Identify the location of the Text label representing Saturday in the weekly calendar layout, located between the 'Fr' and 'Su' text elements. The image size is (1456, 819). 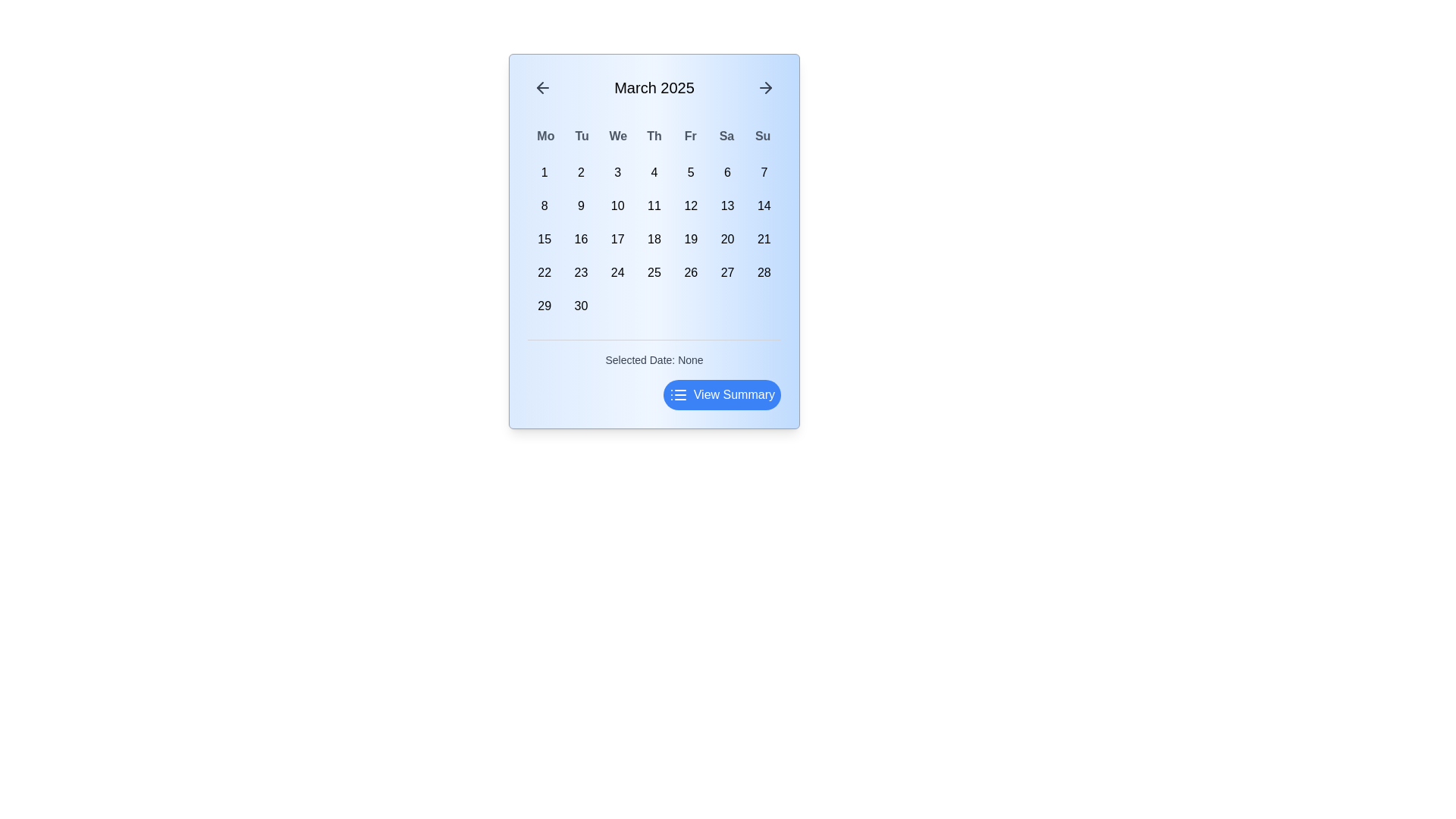
(726, 136).